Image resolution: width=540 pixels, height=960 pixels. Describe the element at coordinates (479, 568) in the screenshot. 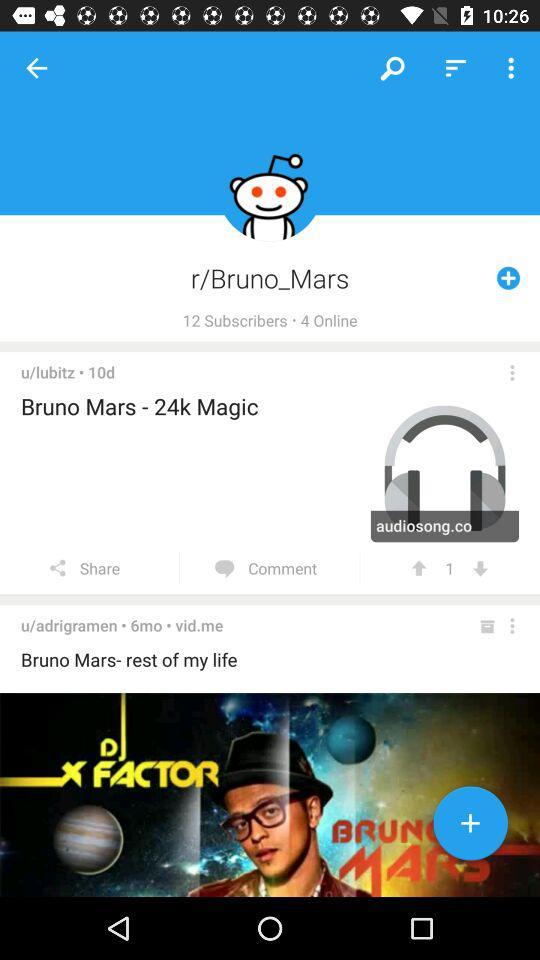

I see `shows down icon` at that location.